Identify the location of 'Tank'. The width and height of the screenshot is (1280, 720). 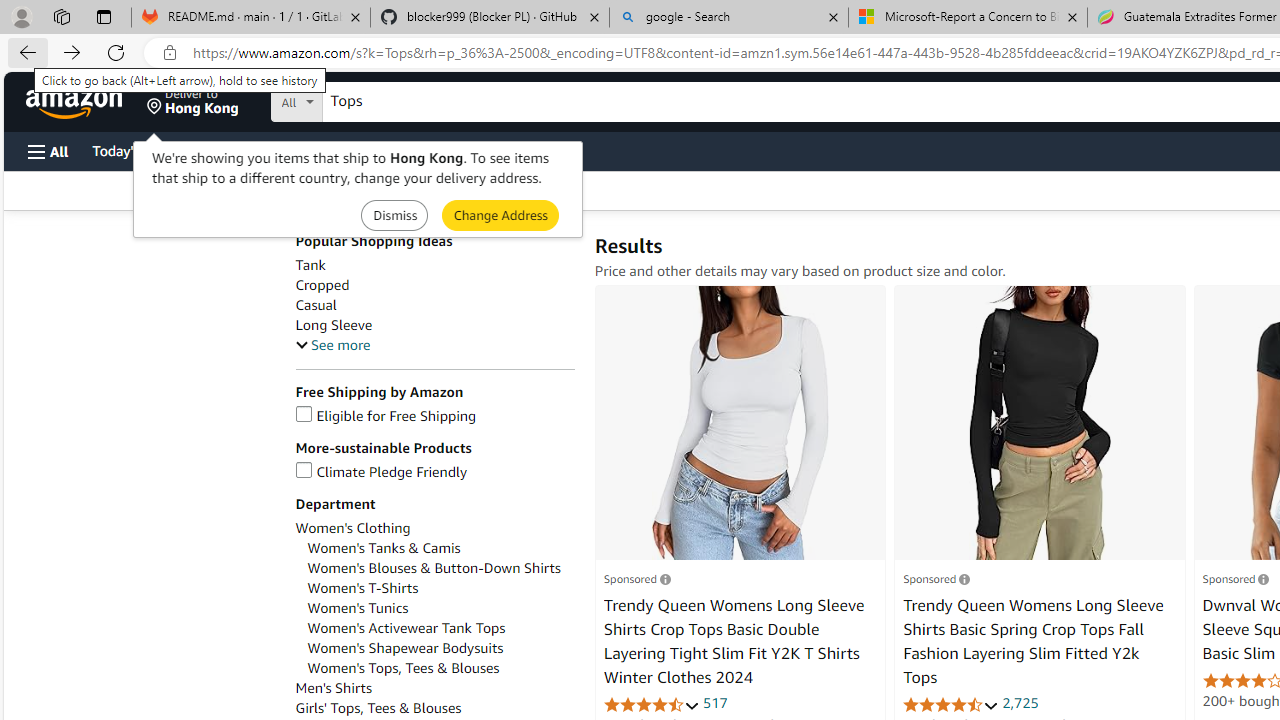
(433, 264).